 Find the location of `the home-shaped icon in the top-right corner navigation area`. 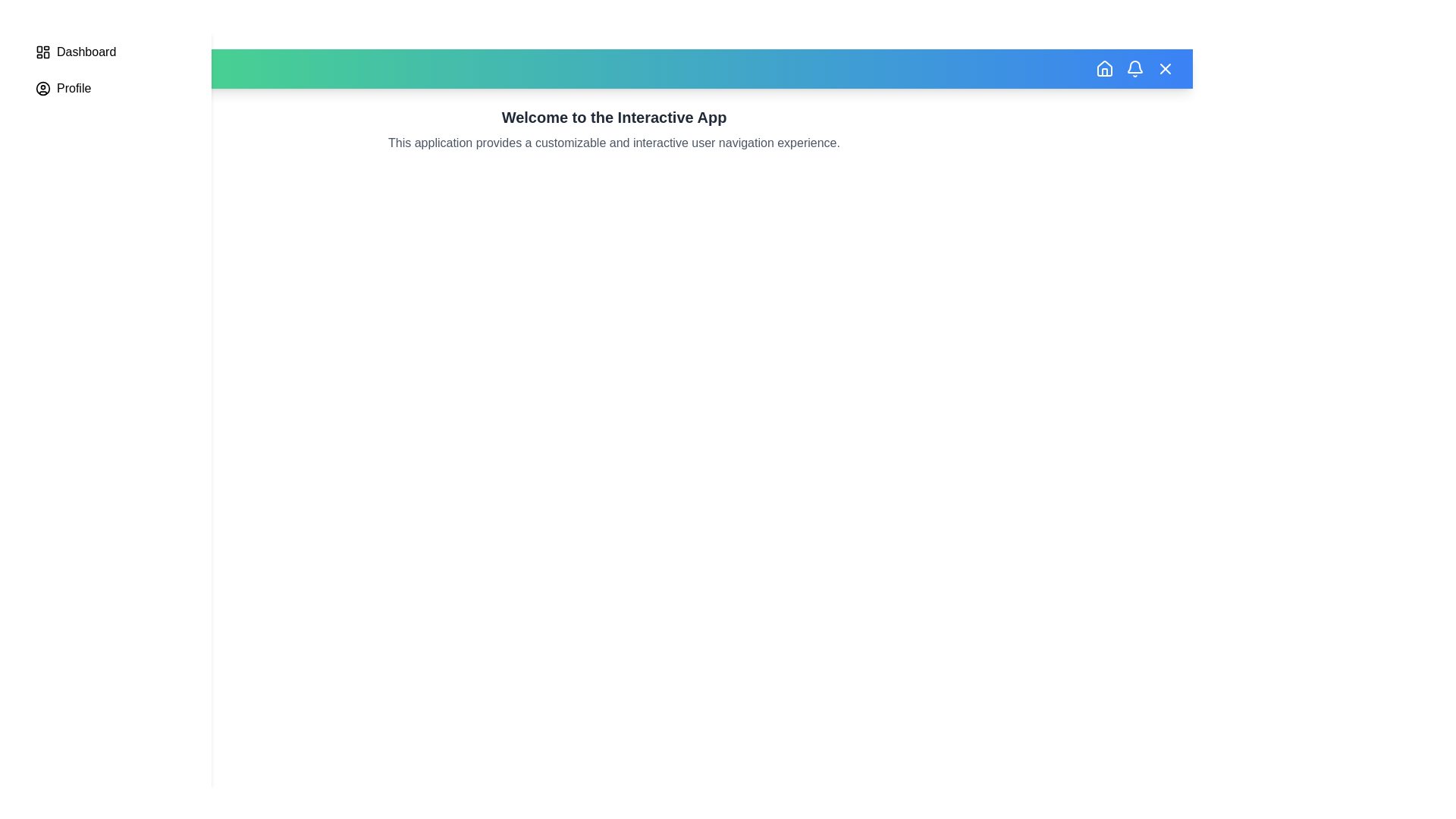

the home-shaped icon in the top-right corner navigation area is located at coordinates (1105, 69).